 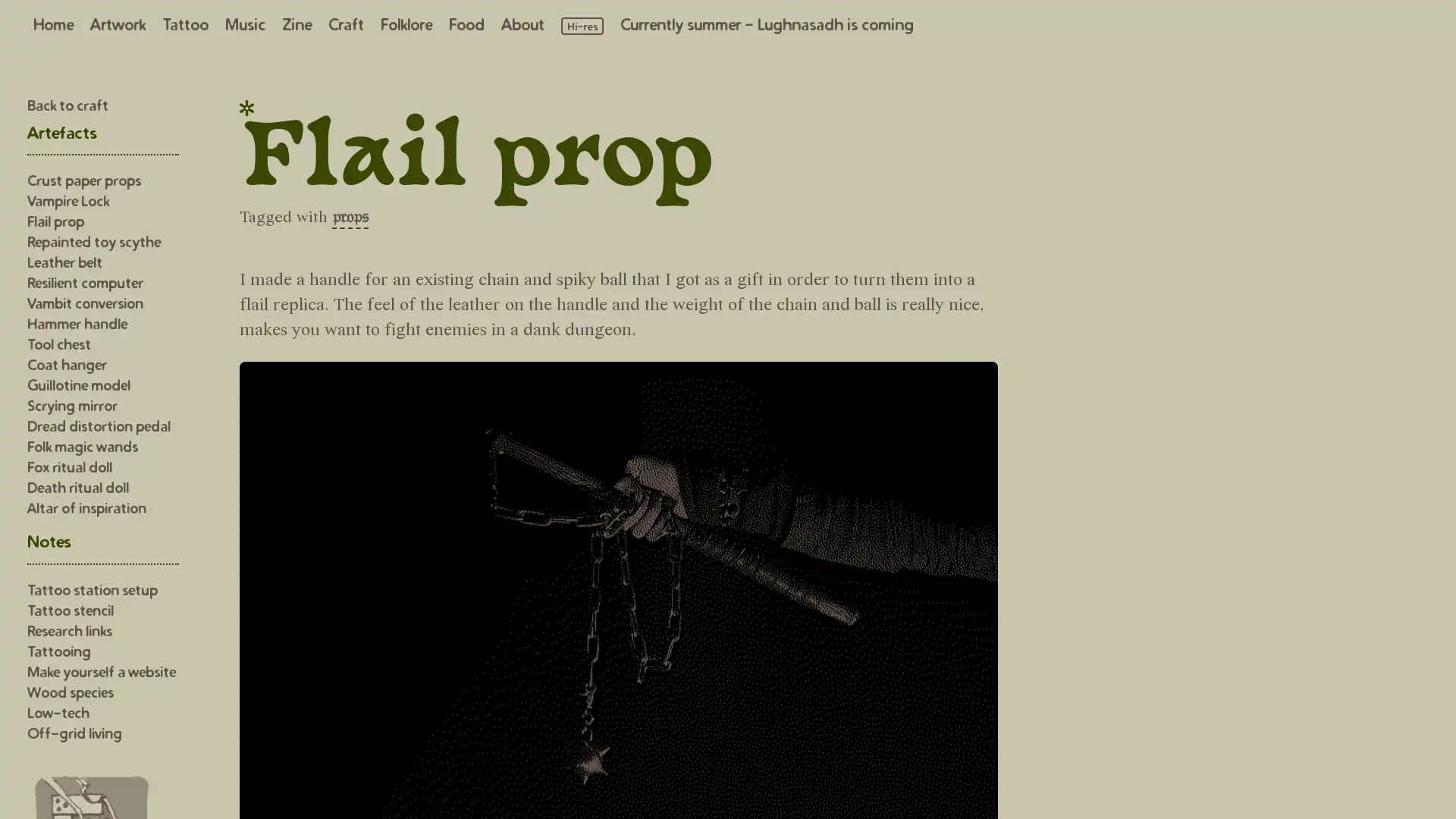 What do you see at coordinates (582, 26) in the screenshot?
I see `Load high resolution images` at bounding box center [582, 26].